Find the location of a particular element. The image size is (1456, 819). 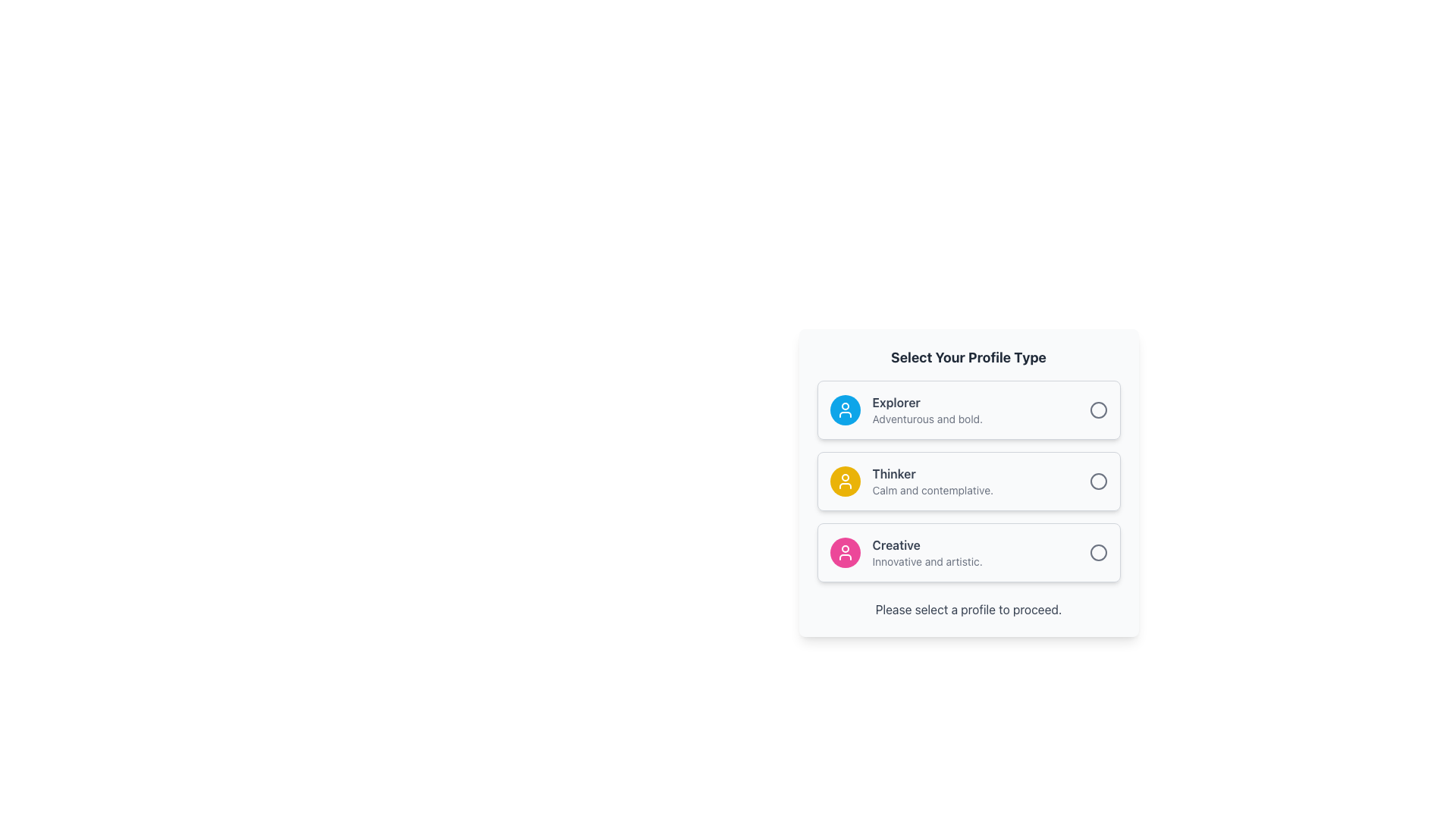

the circular icon with a gray border at the top-right corner of the 'Creative' profile selection card is located at coordinates (1098, 553).